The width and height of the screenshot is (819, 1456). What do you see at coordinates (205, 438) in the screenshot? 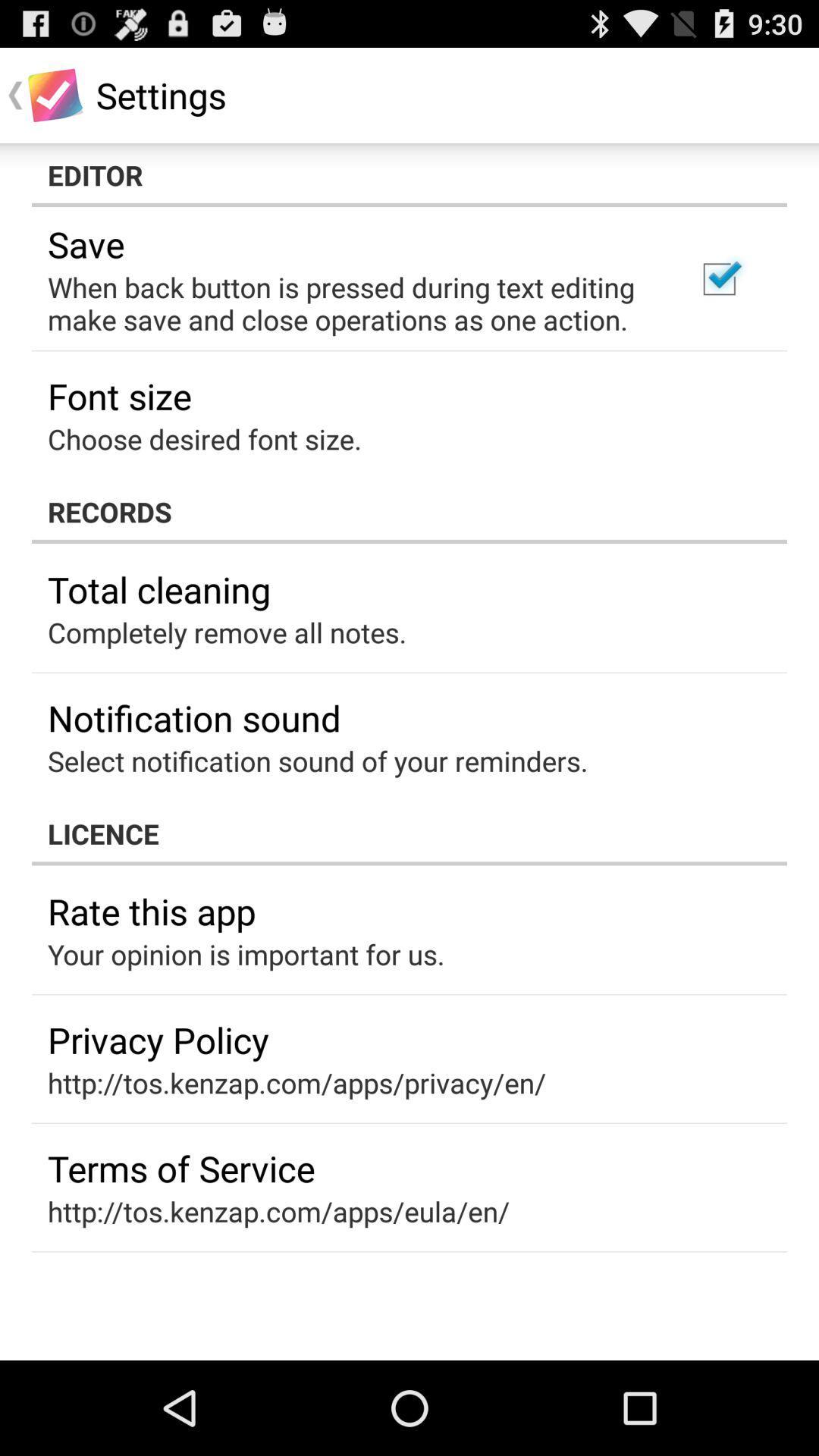
I see `the item above records app` at bounding box center [205, 438].